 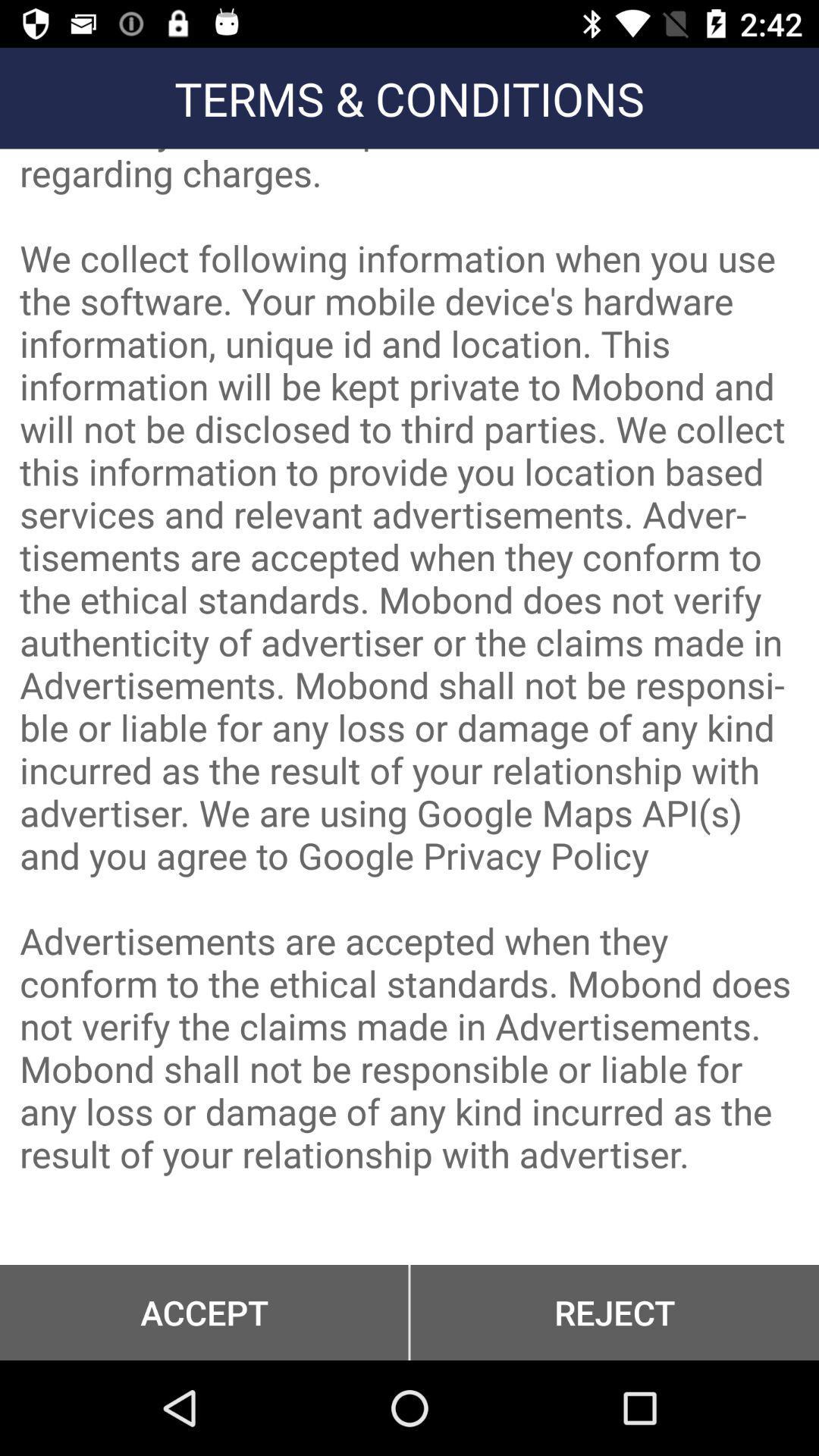 I want to click on the app below please read these app, so click(x=614, y=1312).